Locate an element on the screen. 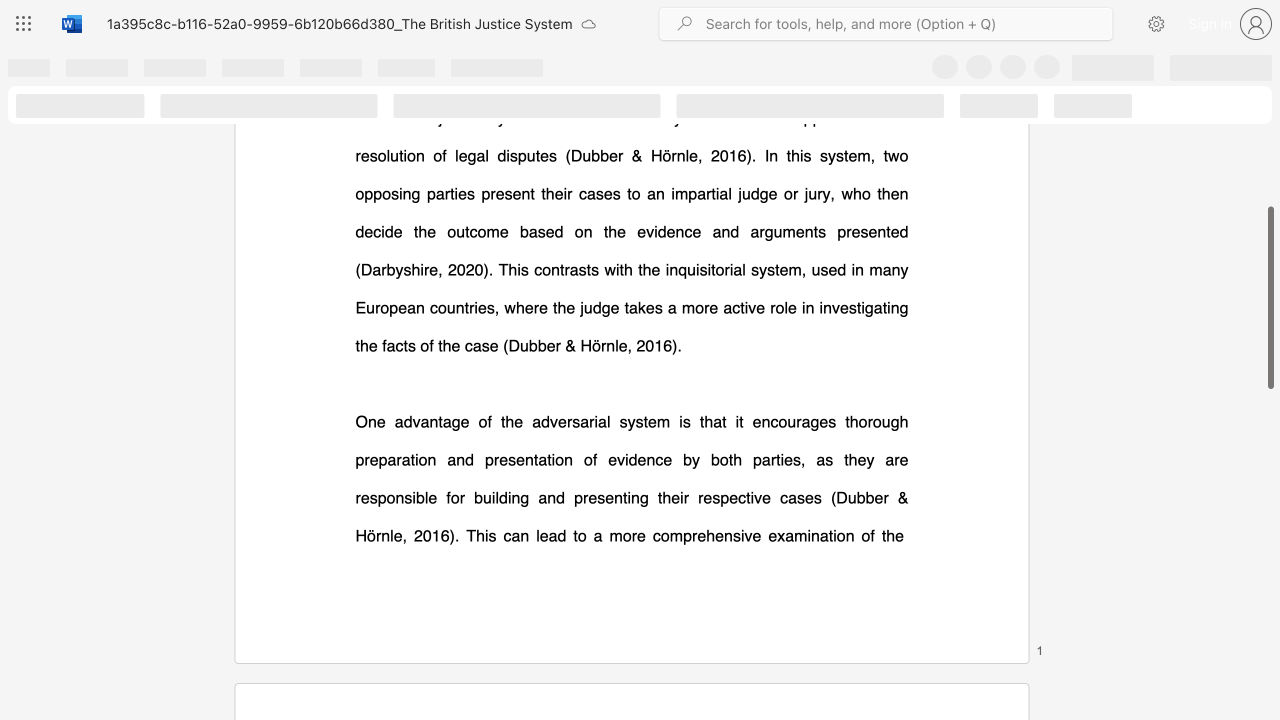 The width and height of the screenshot is (1280, 720). the subset text "tion of evidence by both parti" within the text "One advantage of the adversarial system is that it encourages thorough preparation and presentation of evidence by both parties, as they are responsible for building and presenting their respective cases" is located at coordinates (547, 459).